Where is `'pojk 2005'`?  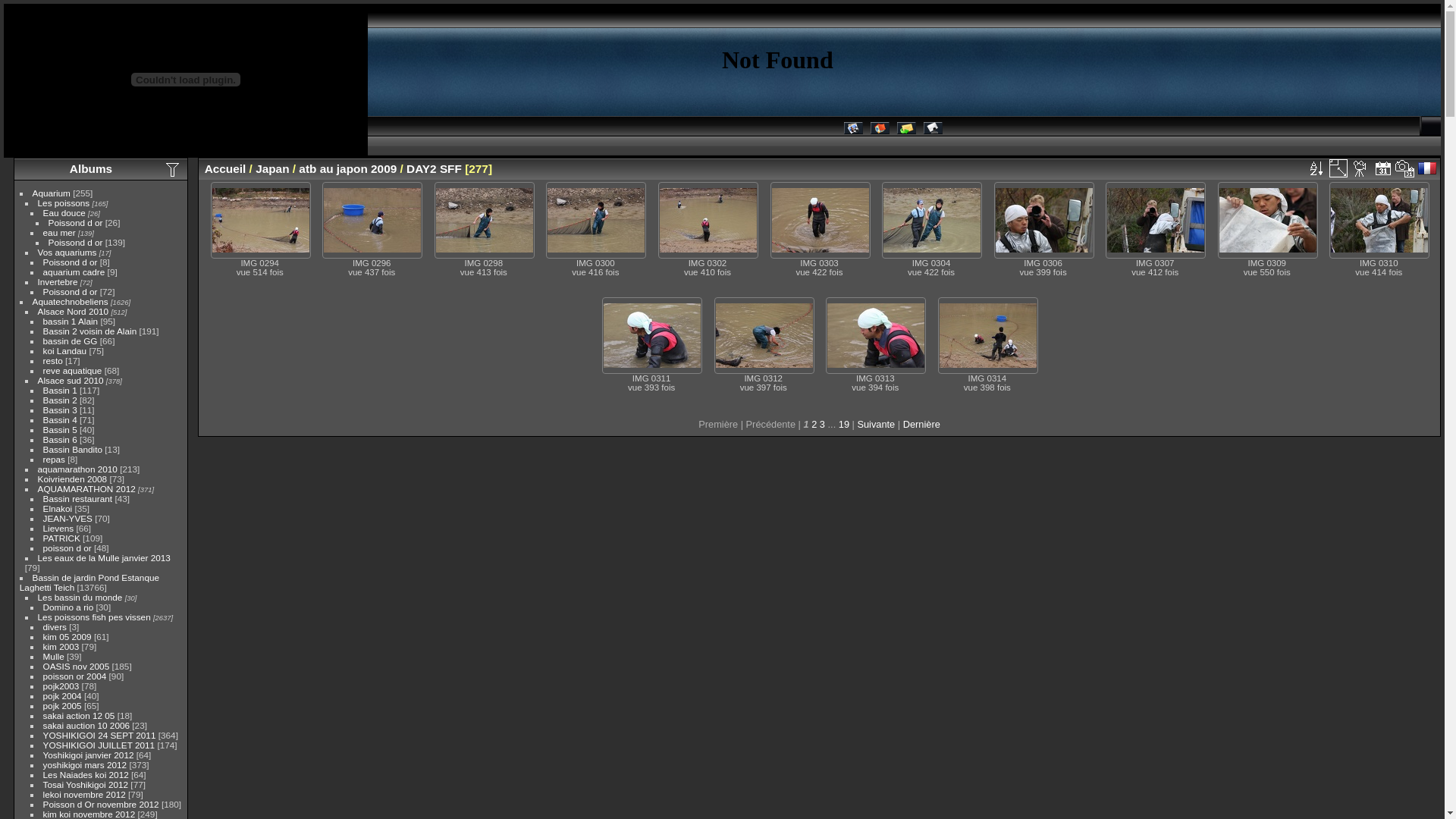 'pojk 2005' is located at coordinates (43, 705).